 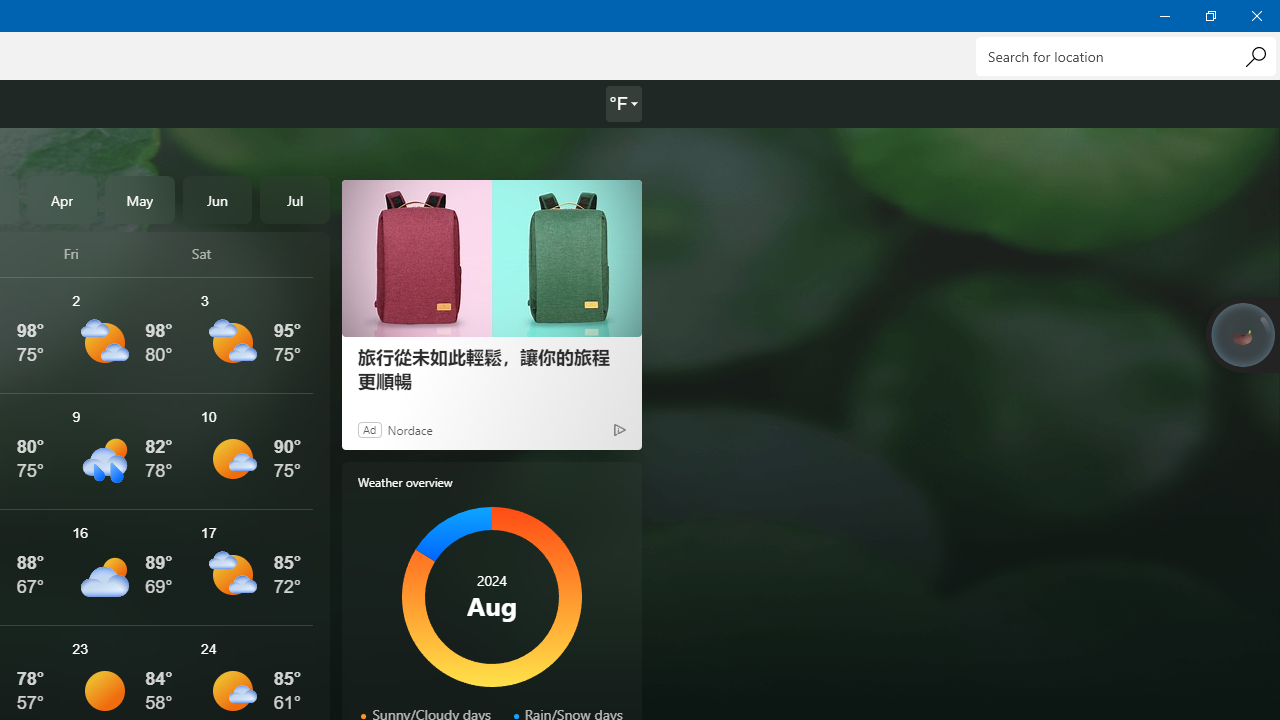 What do you see at coordinates (1254, 55) in the screenshot?
I see `'Search'` at bounding box center [1254, 55].